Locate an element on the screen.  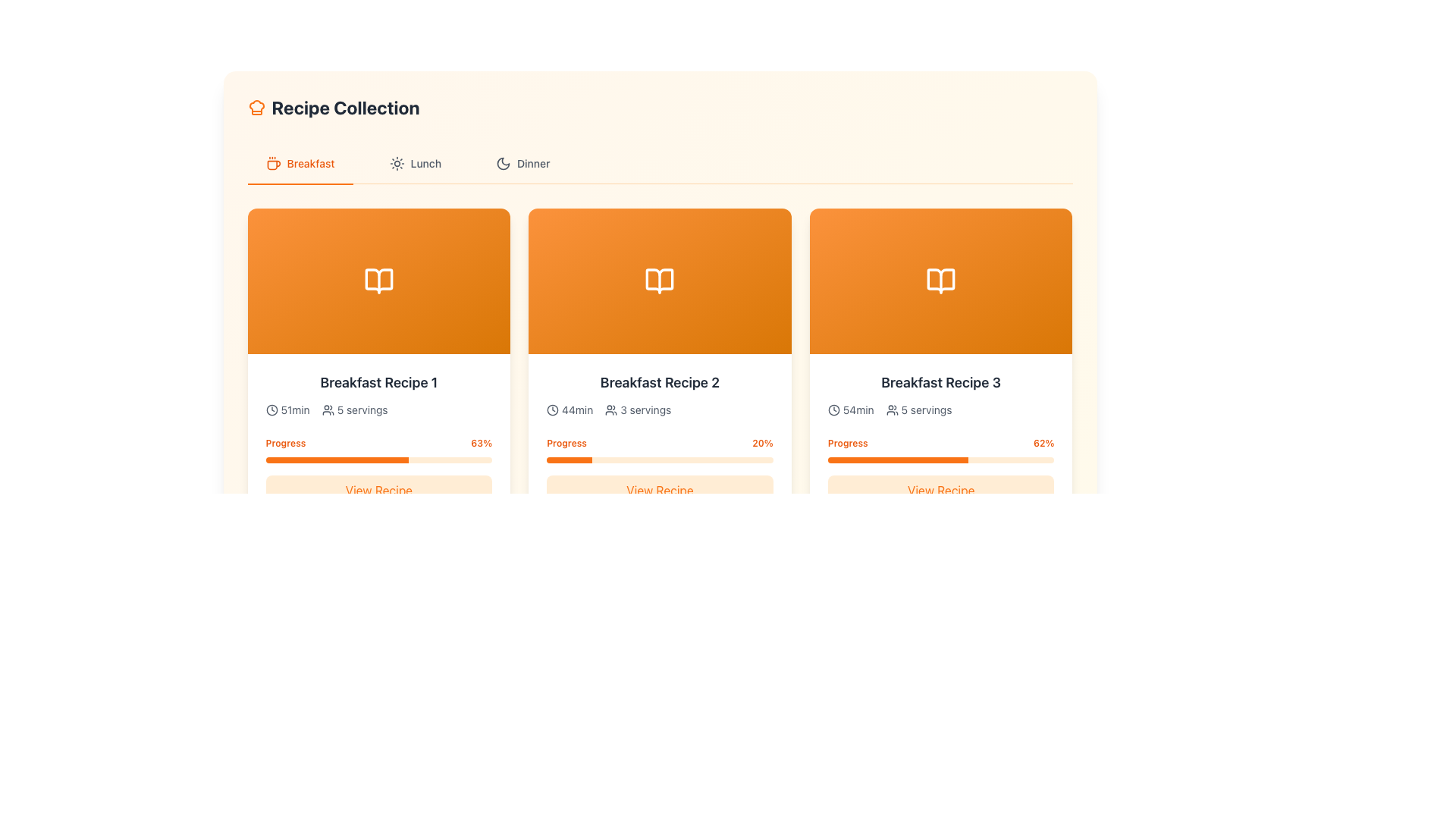
the text label displaying '3 servings' located in the middle recipe card under the 'Breakfast Recipe 2' section, adjacent to the group icon is located at coordinates (645, 409).